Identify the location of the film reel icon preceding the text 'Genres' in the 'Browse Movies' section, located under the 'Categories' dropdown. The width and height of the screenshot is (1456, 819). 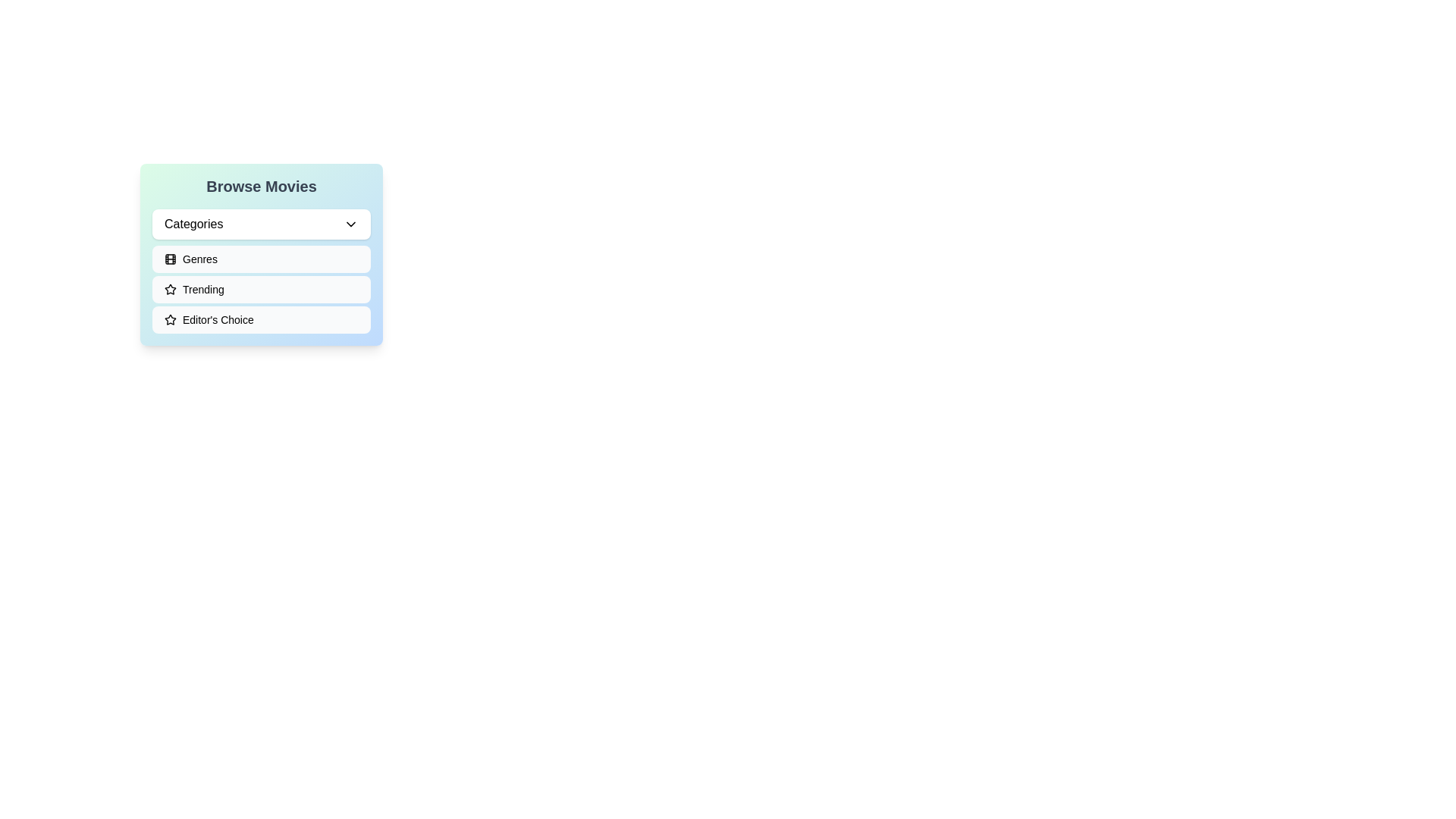
(171, 259).